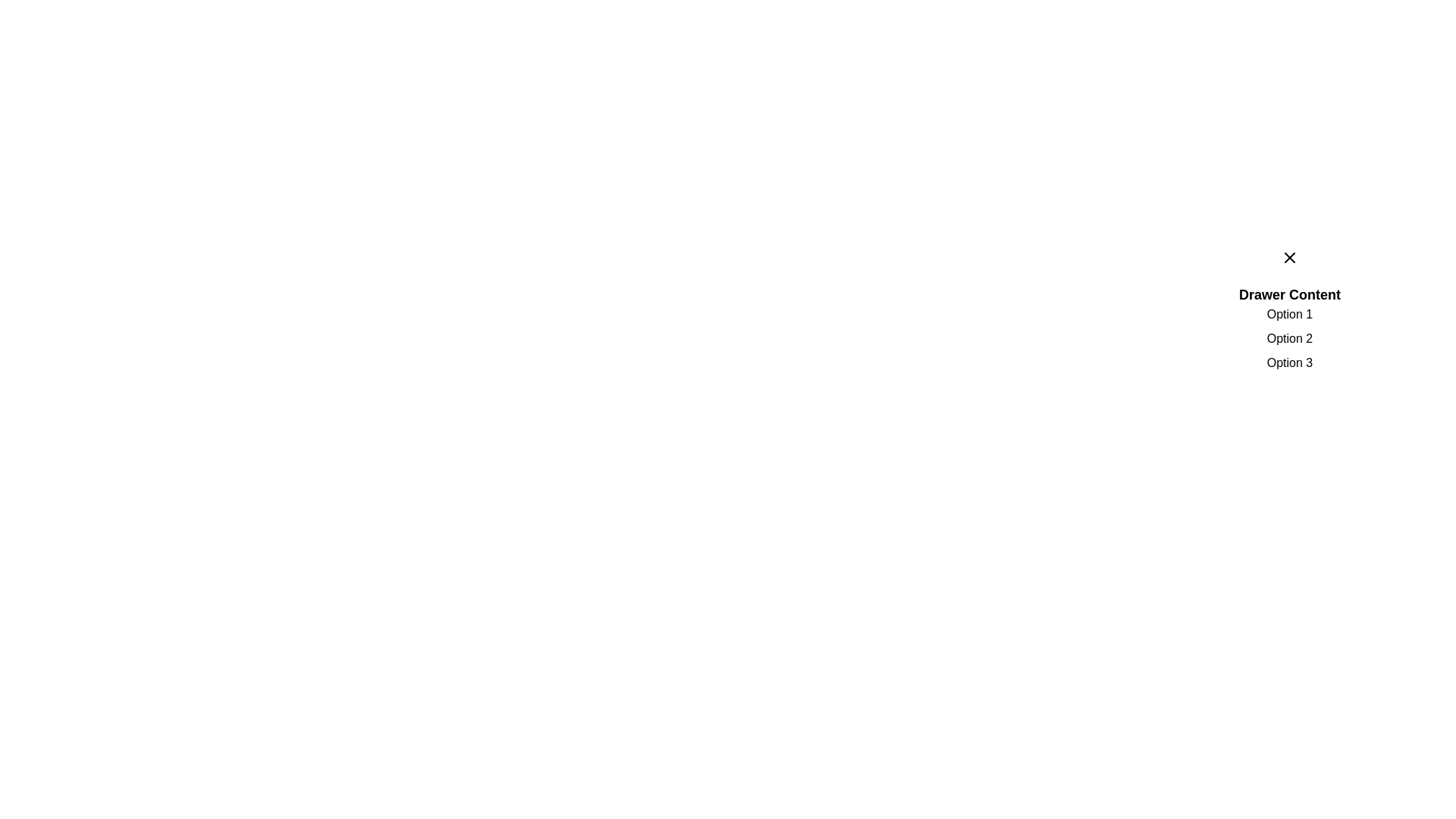 This screenshot has height=819, width=1456. Describe the element at coordinates (1288, 338) in the screenshot. I see `the second item in the vertically stacked list of options` at that location.